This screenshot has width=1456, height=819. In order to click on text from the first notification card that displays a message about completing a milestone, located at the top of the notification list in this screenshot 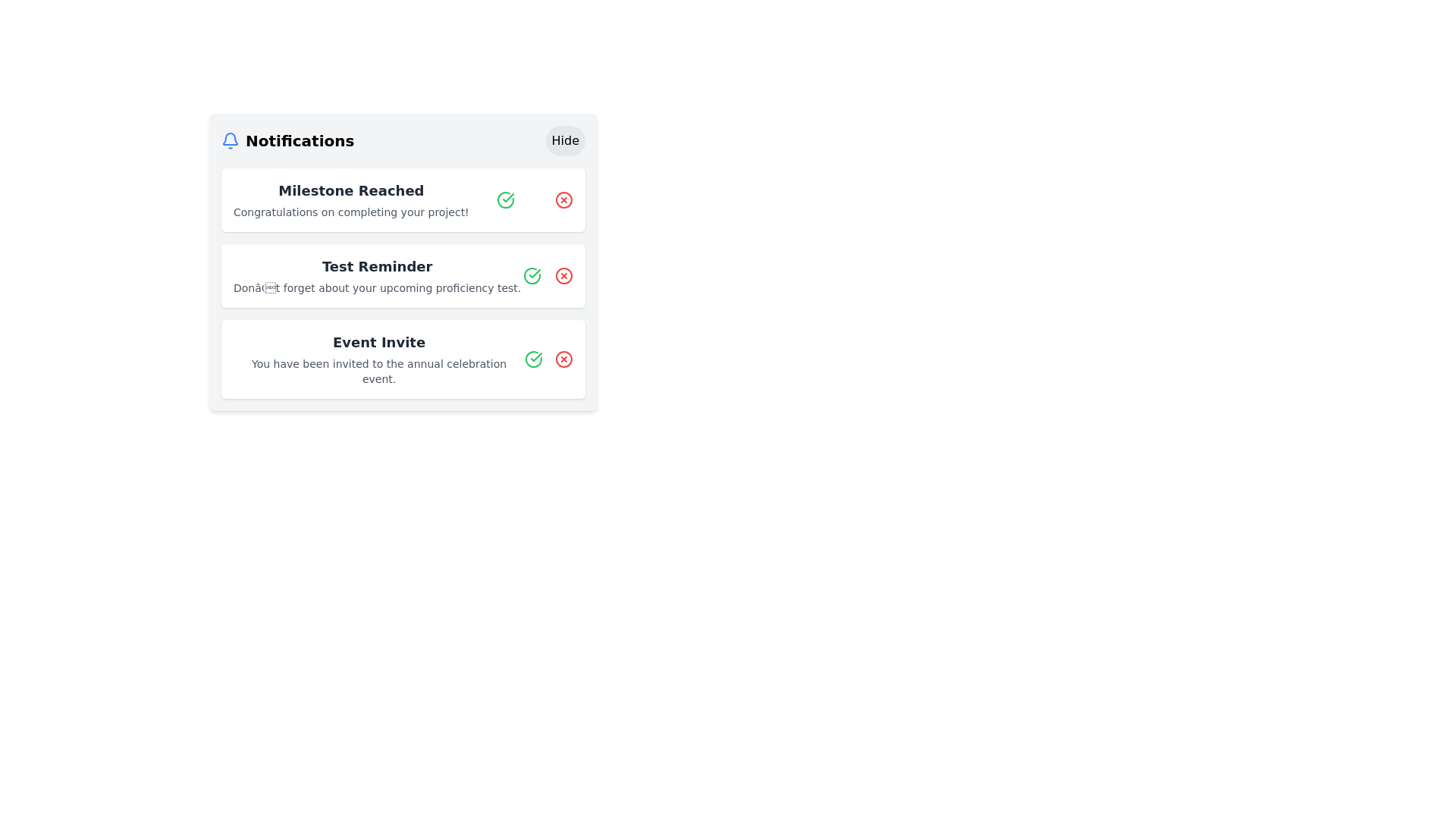, I will do `click(403, 199)`.